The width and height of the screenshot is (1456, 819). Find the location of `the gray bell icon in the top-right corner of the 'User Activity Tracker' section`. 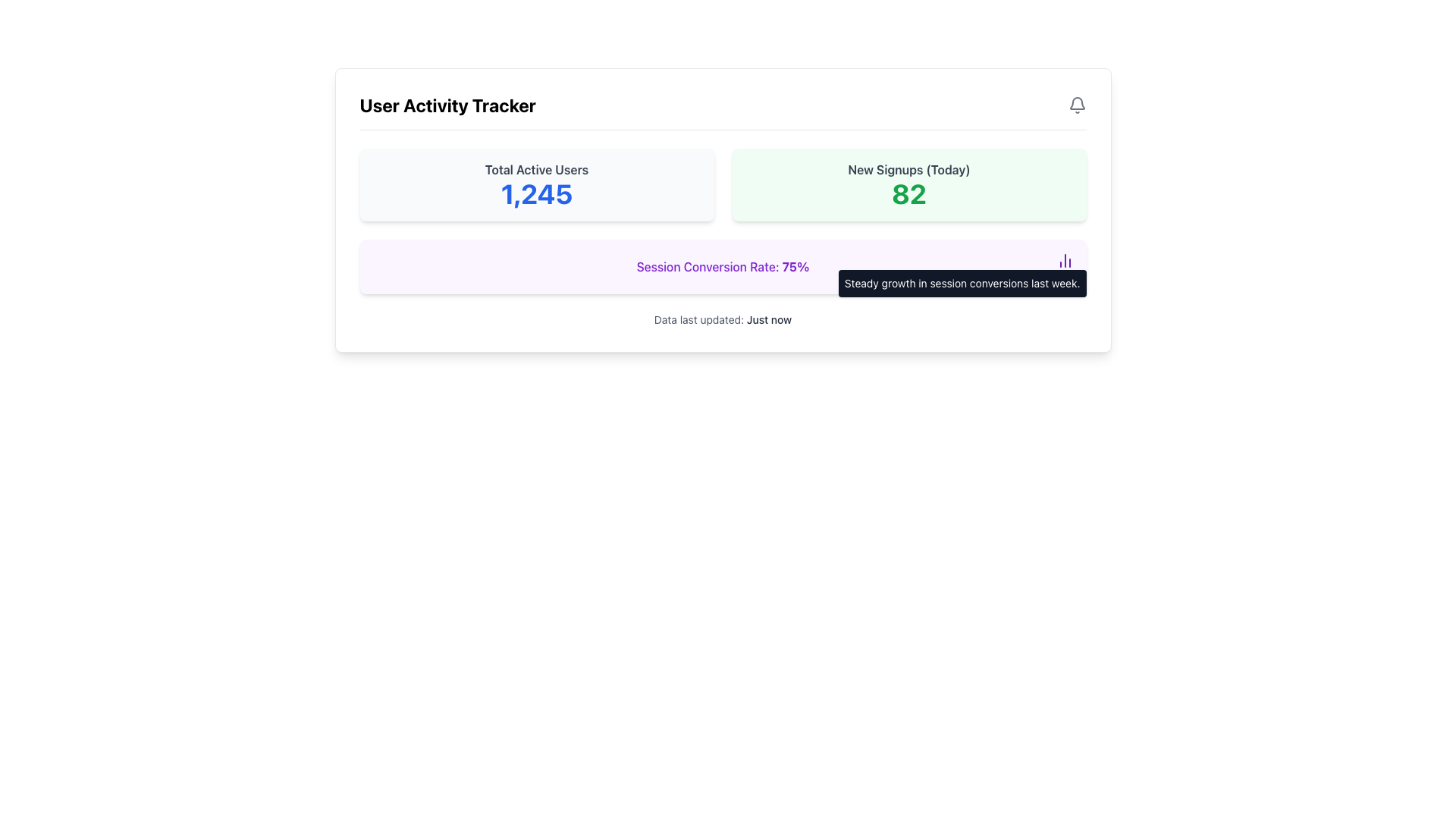

the gray bell icon in the top-right corner of the 'User Activity Tracker' section is located at coordinates (1076, 104).